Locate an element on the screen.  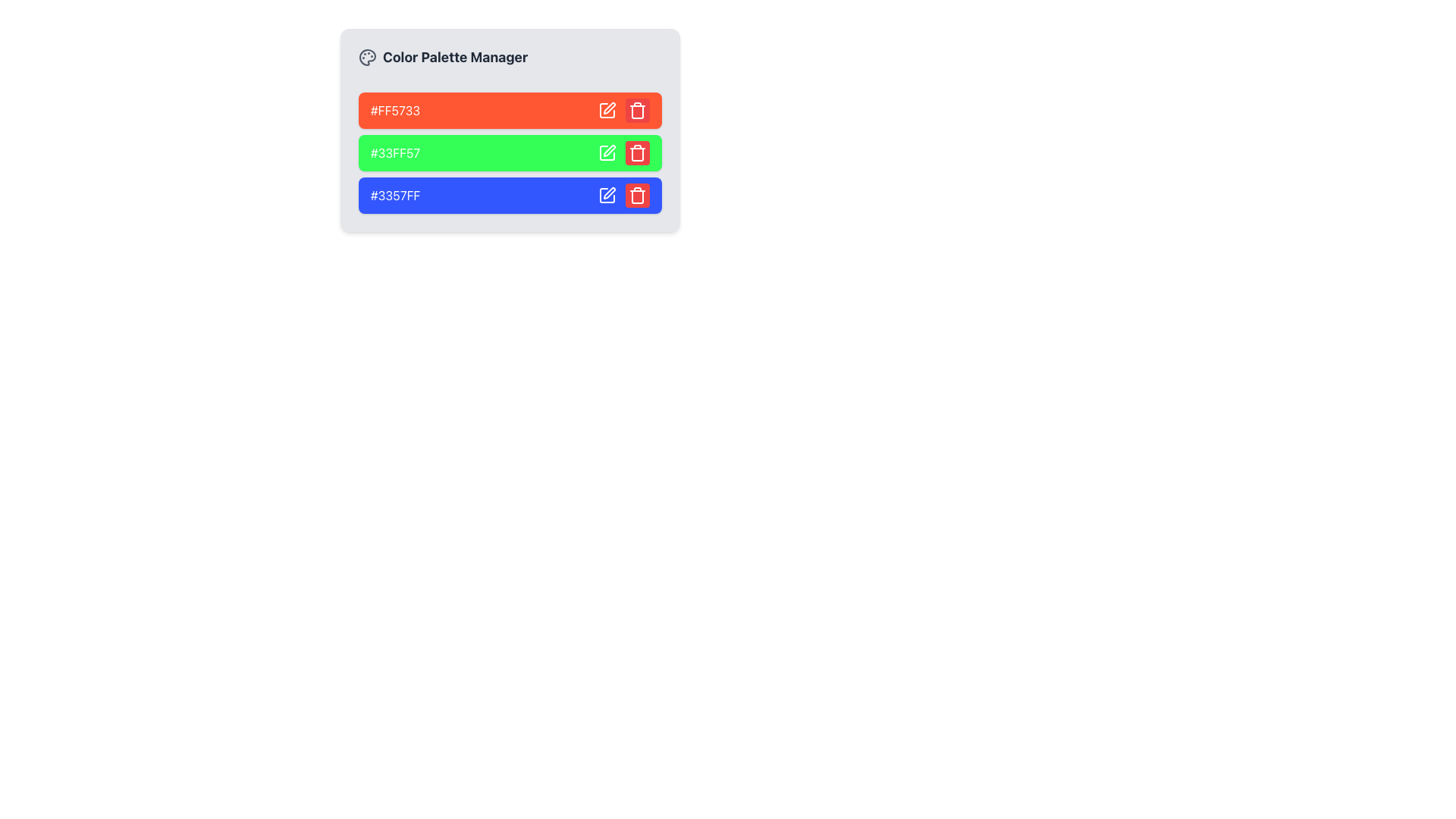
the Trash Icon button located in the Color Palette Manager section is located at coordinates (637, 195).